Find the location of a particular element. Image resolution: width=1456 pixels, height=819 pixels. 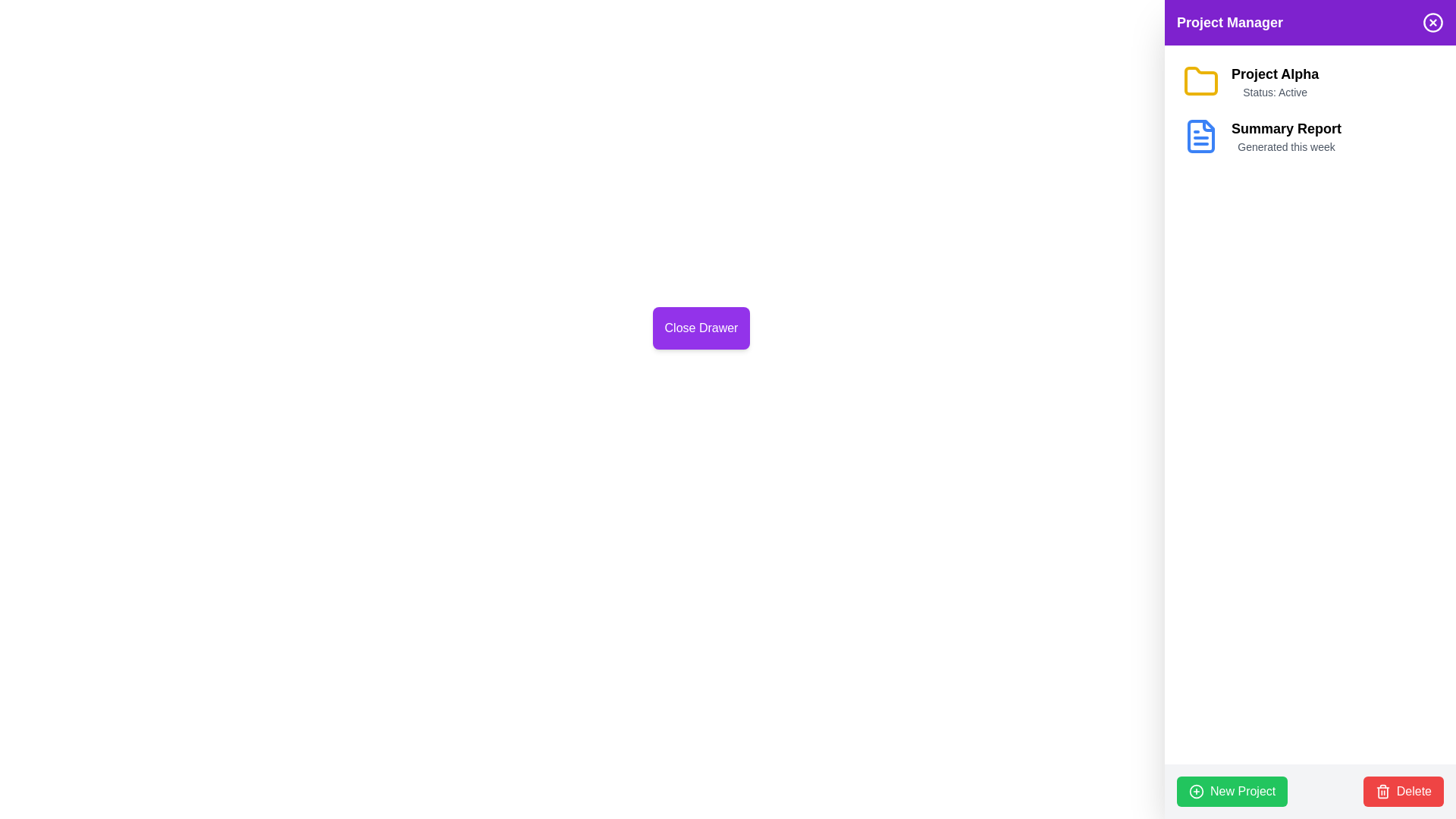

the Informative Panel located below the 'Project Alpha' section in the sidebar, which provides an overview or summary related to reports is located at coordinates (1310, 136).